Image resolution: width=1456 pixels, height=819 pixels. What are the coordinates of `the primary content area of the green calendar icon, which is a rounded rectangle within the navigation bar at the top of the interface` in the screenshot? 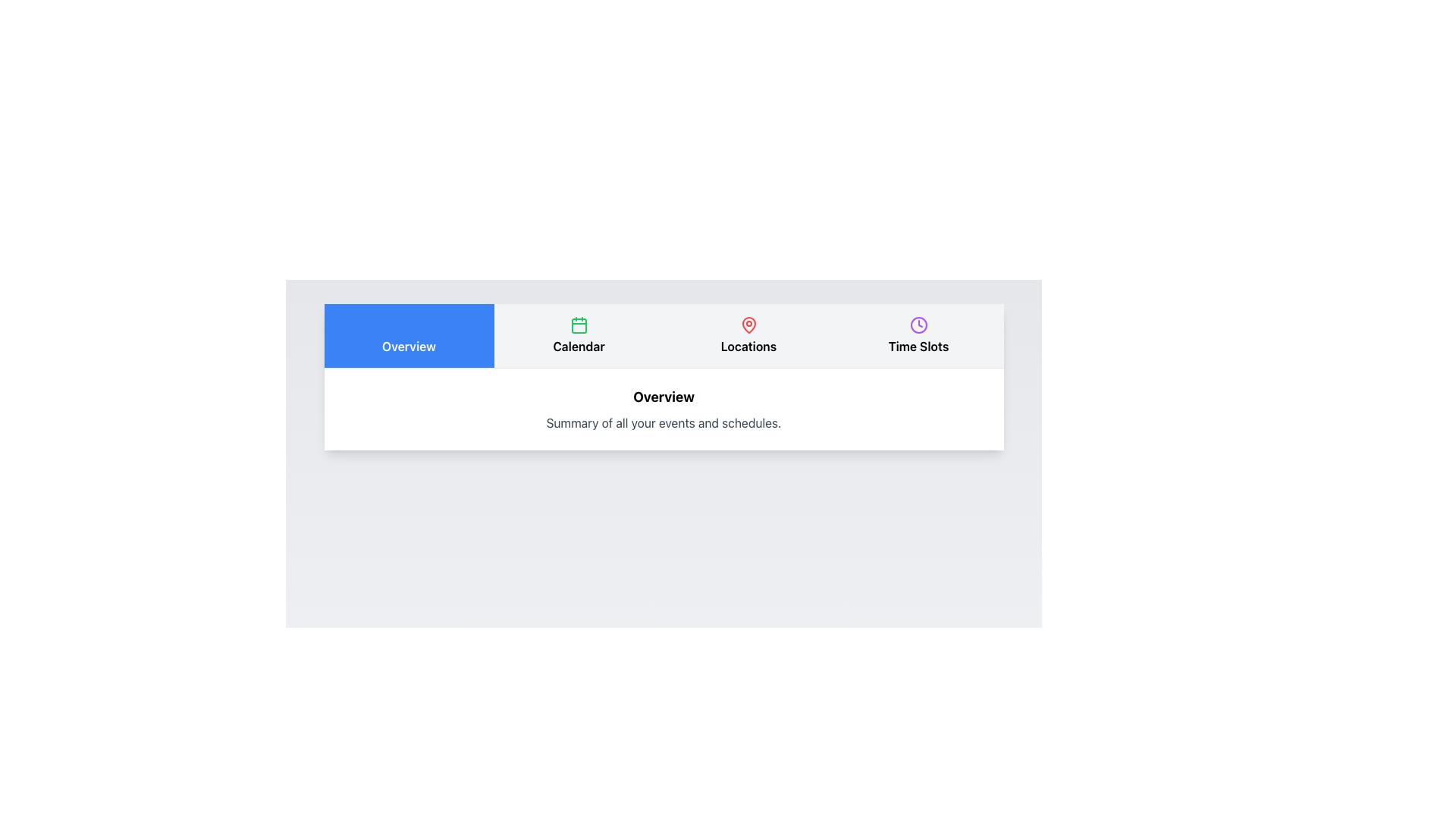 It's located at (578, 325).